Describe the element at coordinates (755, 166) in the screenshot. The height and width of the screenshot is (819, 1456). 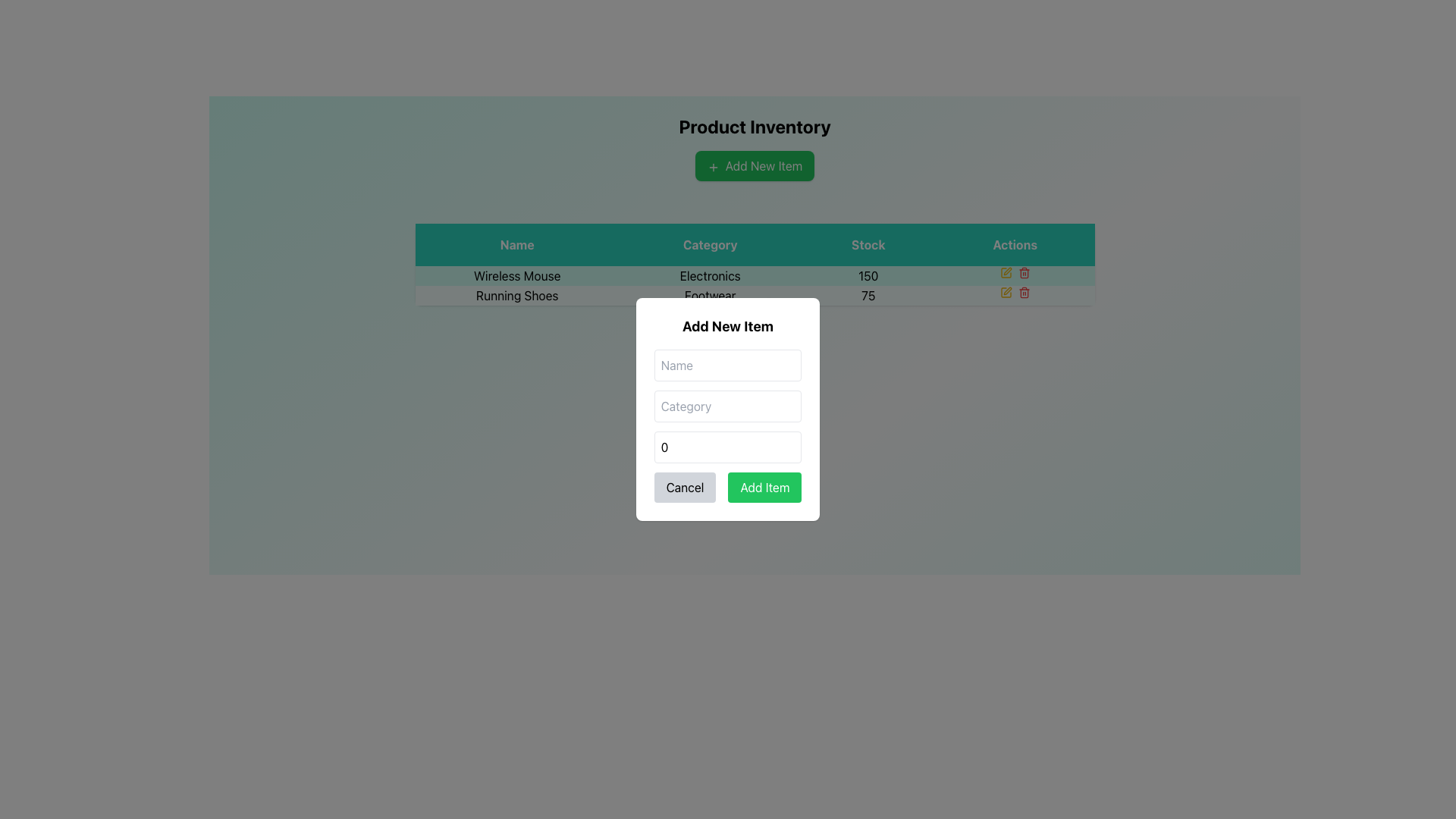
I see `the green button labeled 'Add New Item' with a plus icon, located below the 'Product Inventory' title` at that location.